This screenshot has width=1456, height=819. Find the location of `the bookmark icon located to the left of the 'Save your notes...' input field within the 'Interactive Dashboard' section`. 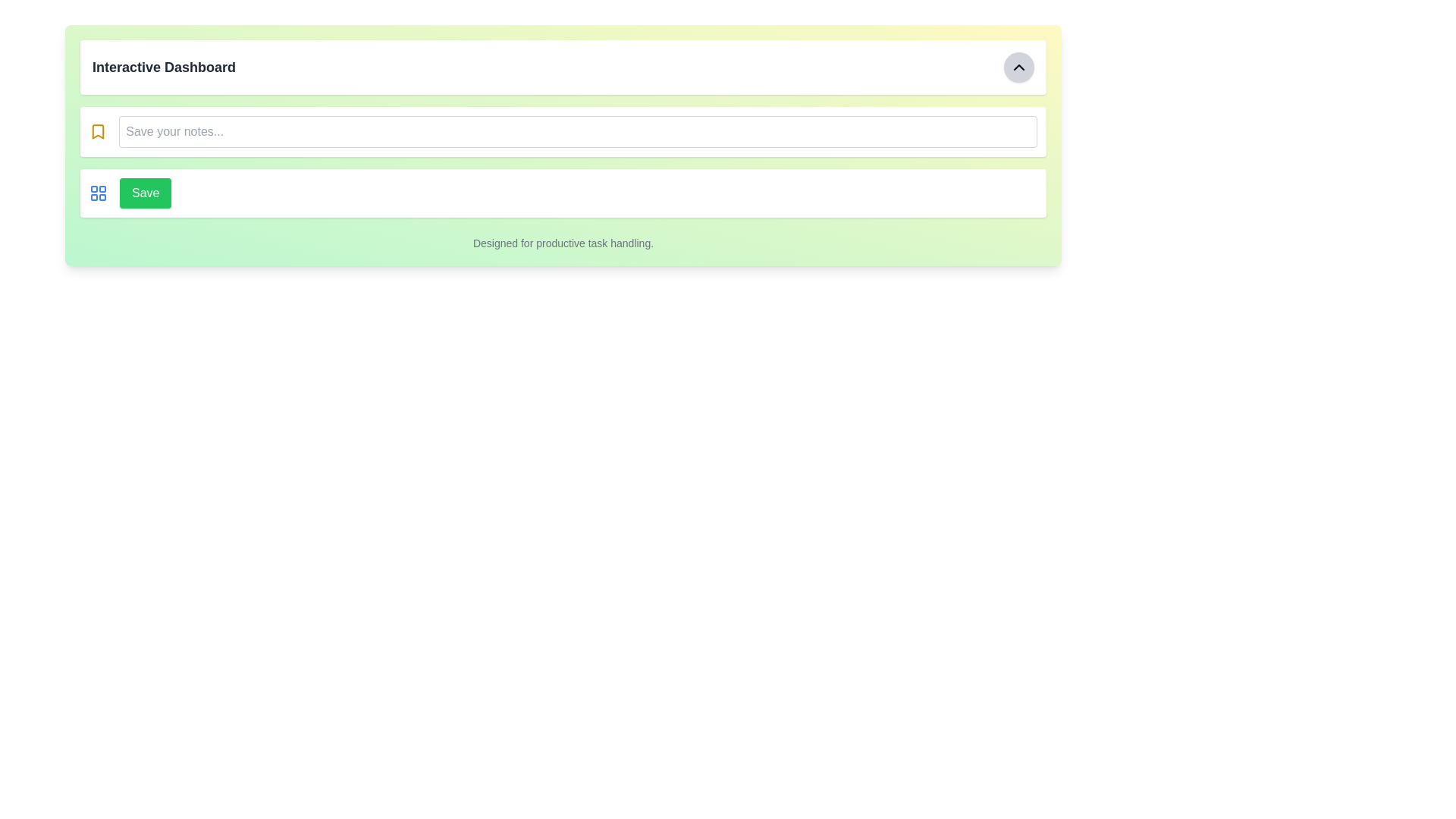

the bookmark icon located to the left of the 'Save your notes...' input field within the 'Interactive Dashboard' section is located at coordinates (97, 130).